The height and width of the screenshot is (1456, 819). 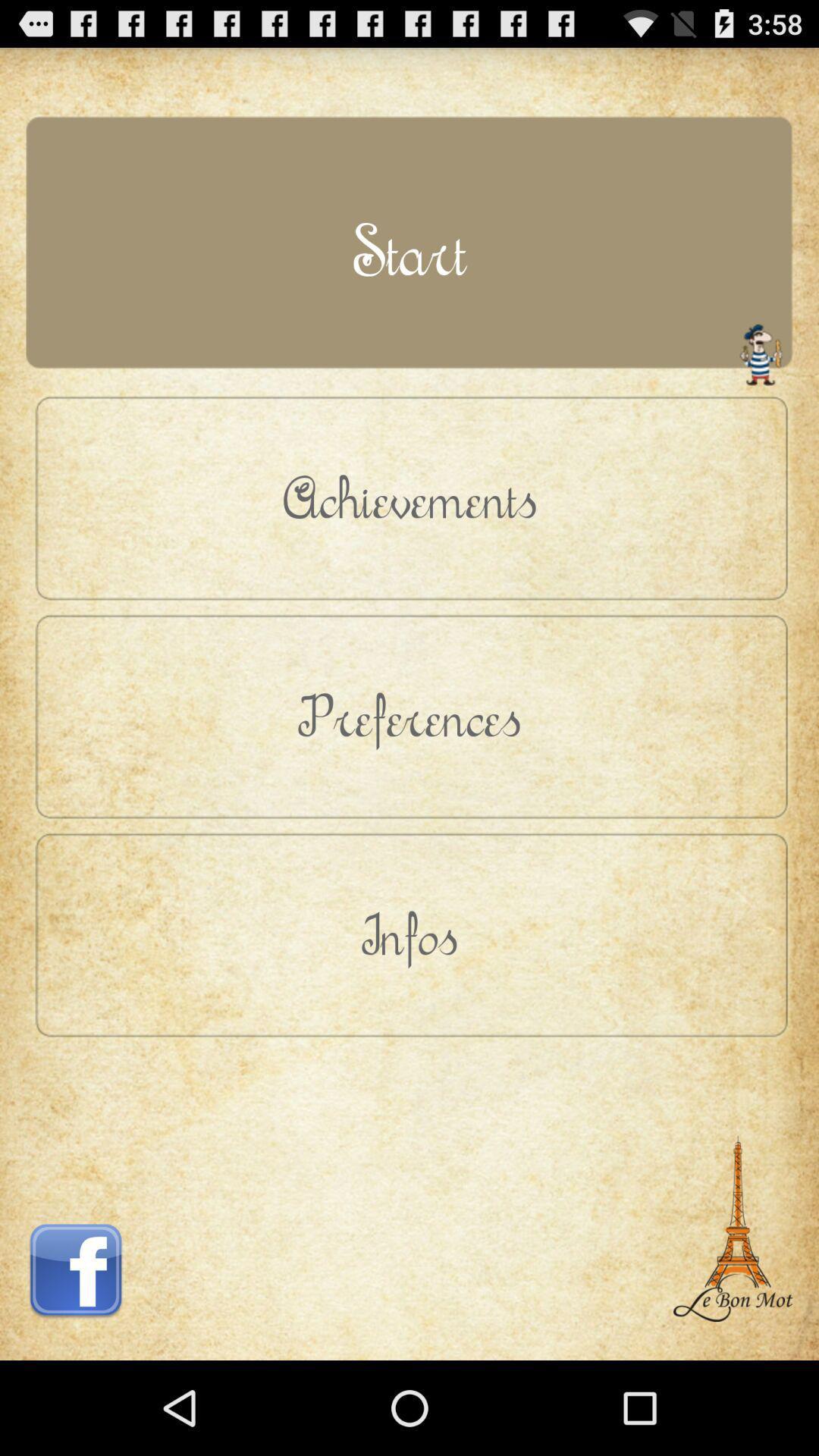 What do you see at coordinates (409, 497) in the screenshot?
I see `achievements button` at bounding box center [409, 497].